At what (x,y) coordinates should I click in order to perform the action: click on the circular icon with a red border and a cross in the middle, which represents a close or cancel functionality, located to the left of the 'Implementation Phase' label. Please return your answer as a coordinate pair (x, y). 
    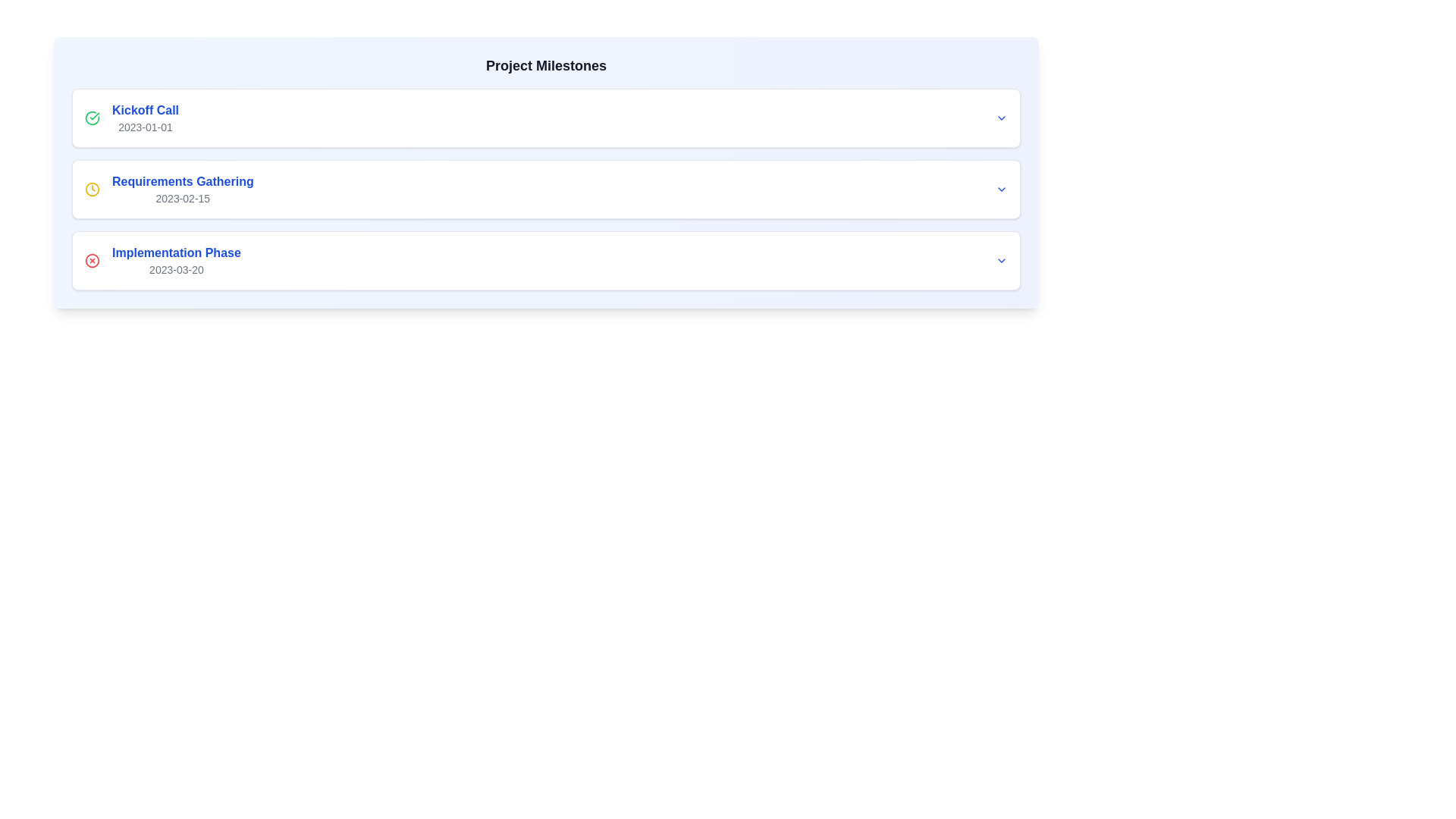
    Looking at the image, I should click on (91, 259).